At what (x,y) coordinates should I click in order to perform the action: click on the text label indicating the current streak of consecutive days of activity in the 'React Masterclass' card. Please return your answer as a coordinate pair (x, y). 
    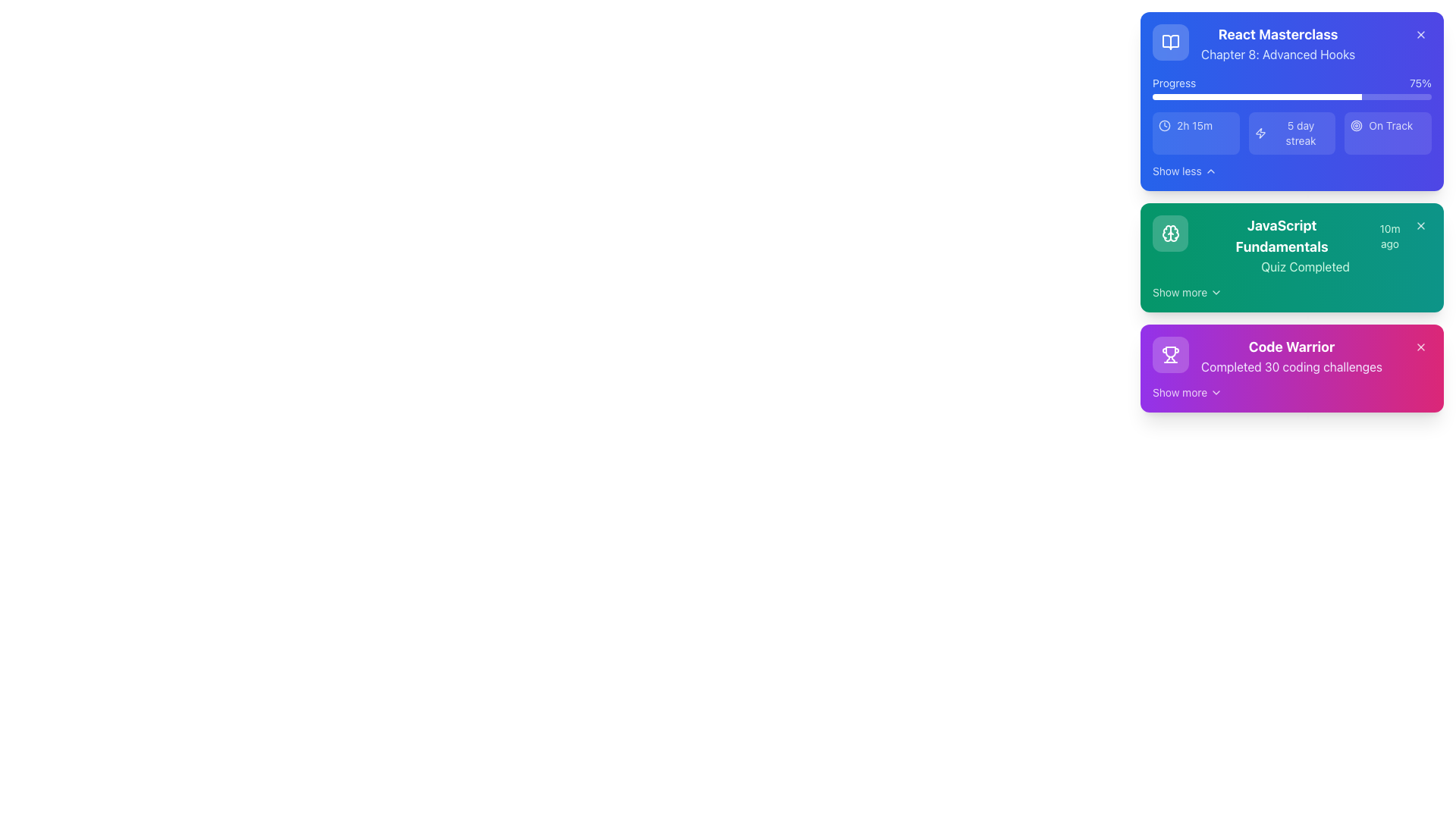
    Looking at the image, I should click on (1300, 133).